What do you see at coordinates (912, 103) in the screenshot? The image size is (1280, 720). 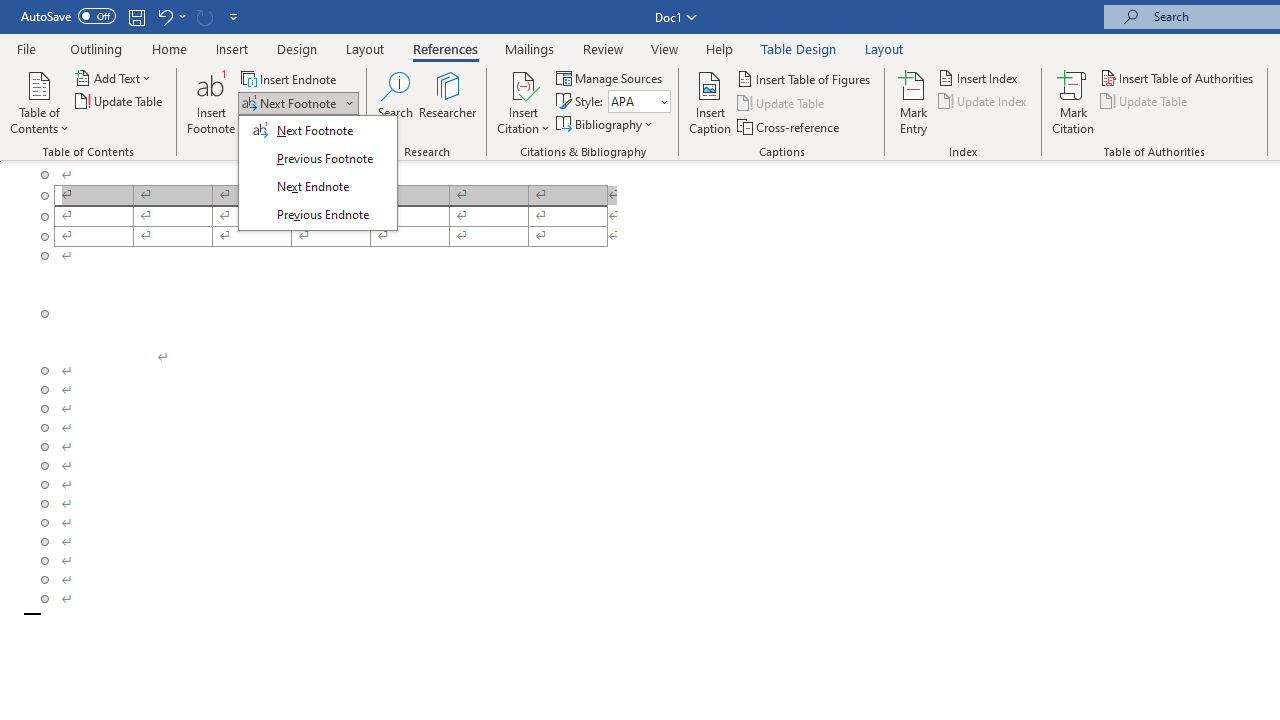 I see `'Mark Entry...'` at bounding box center [912, 103].